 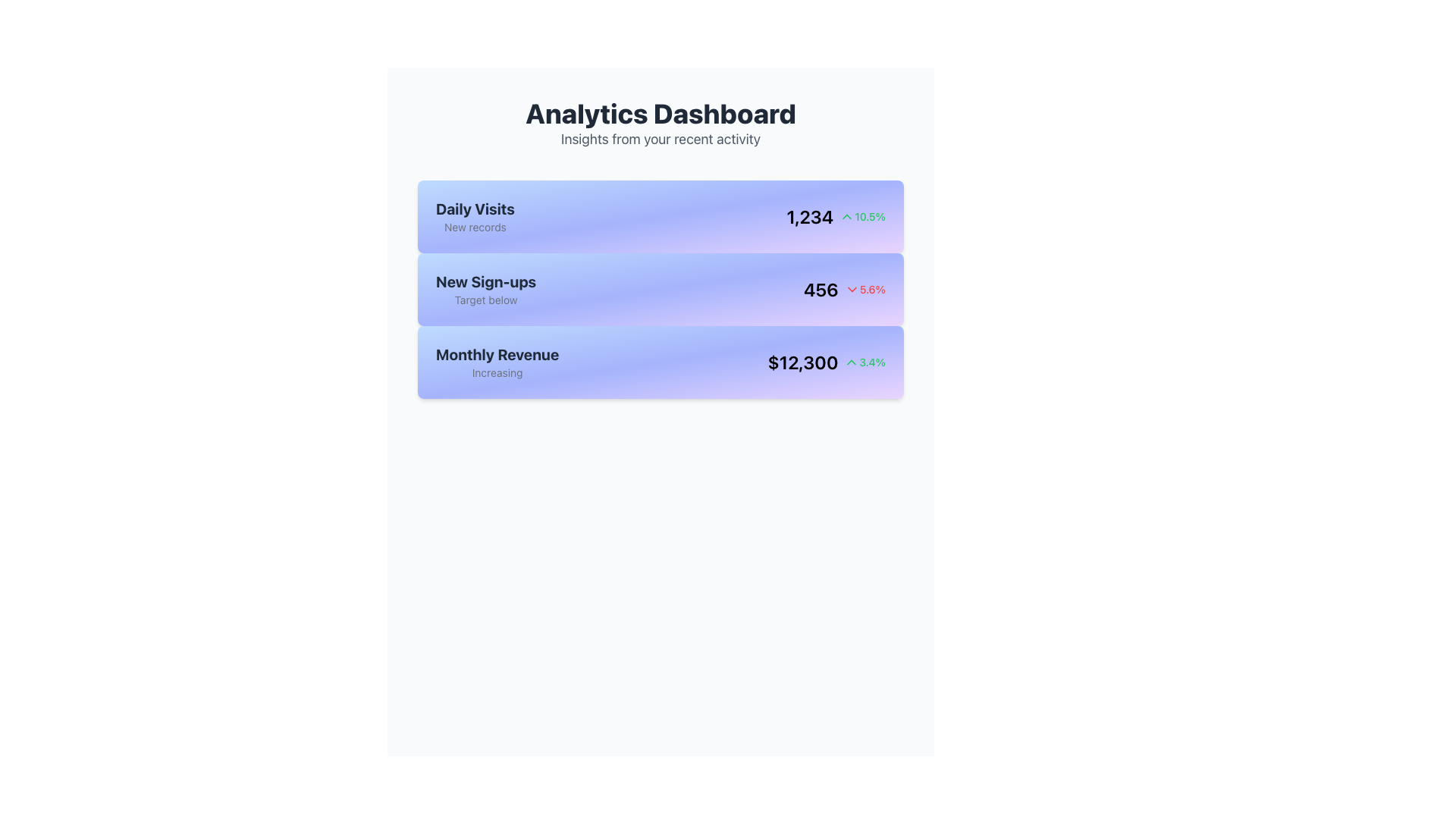 What do you see at coordinates (852, 289) in the screenshot?
I see `the Chevron icon located to the left of the '5.6%' text` at bounding box center [852, 289].